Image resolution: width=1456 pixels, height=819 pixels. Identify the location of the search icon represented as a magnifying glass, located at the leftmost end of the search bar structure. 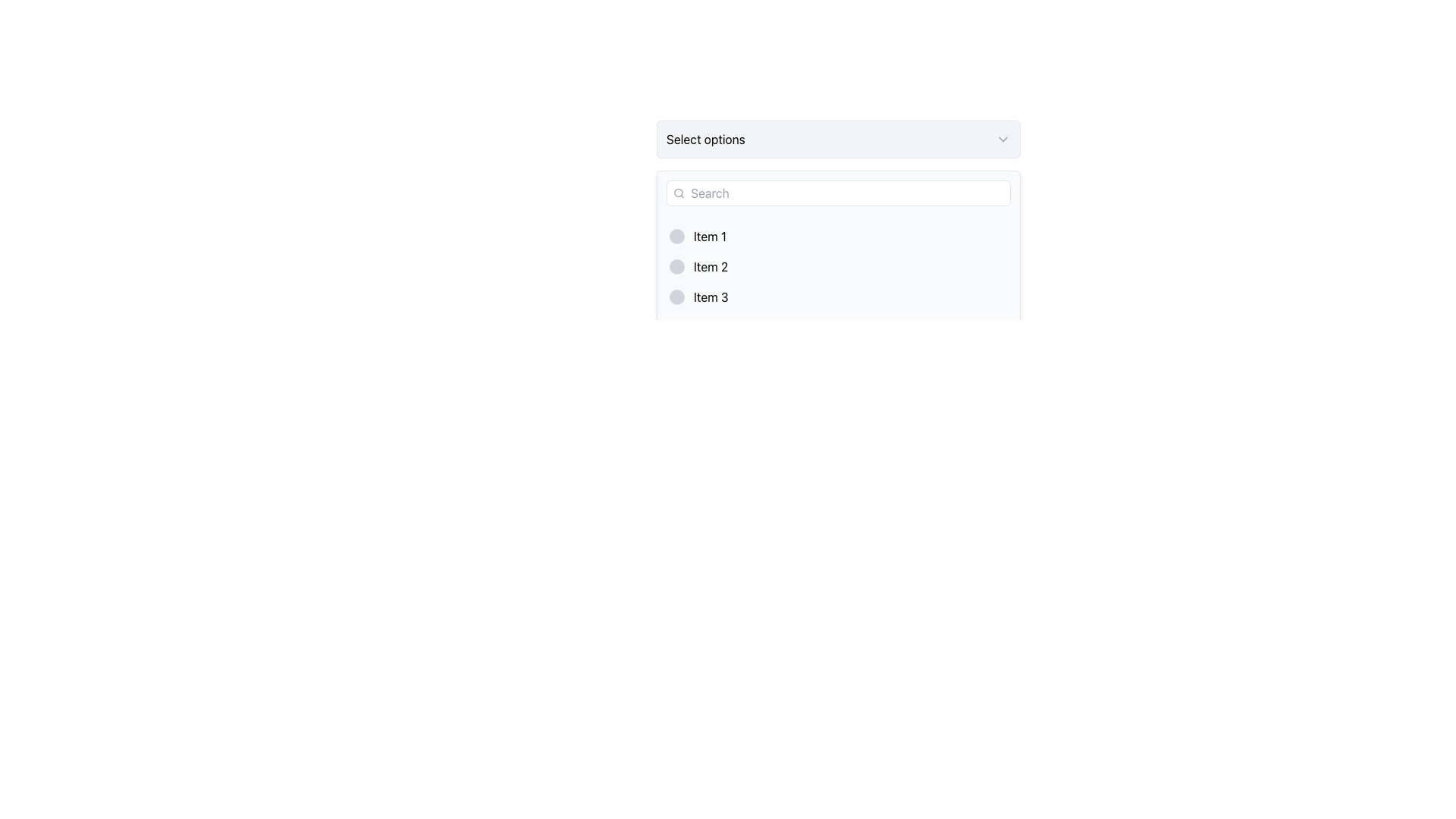
(678, 192).